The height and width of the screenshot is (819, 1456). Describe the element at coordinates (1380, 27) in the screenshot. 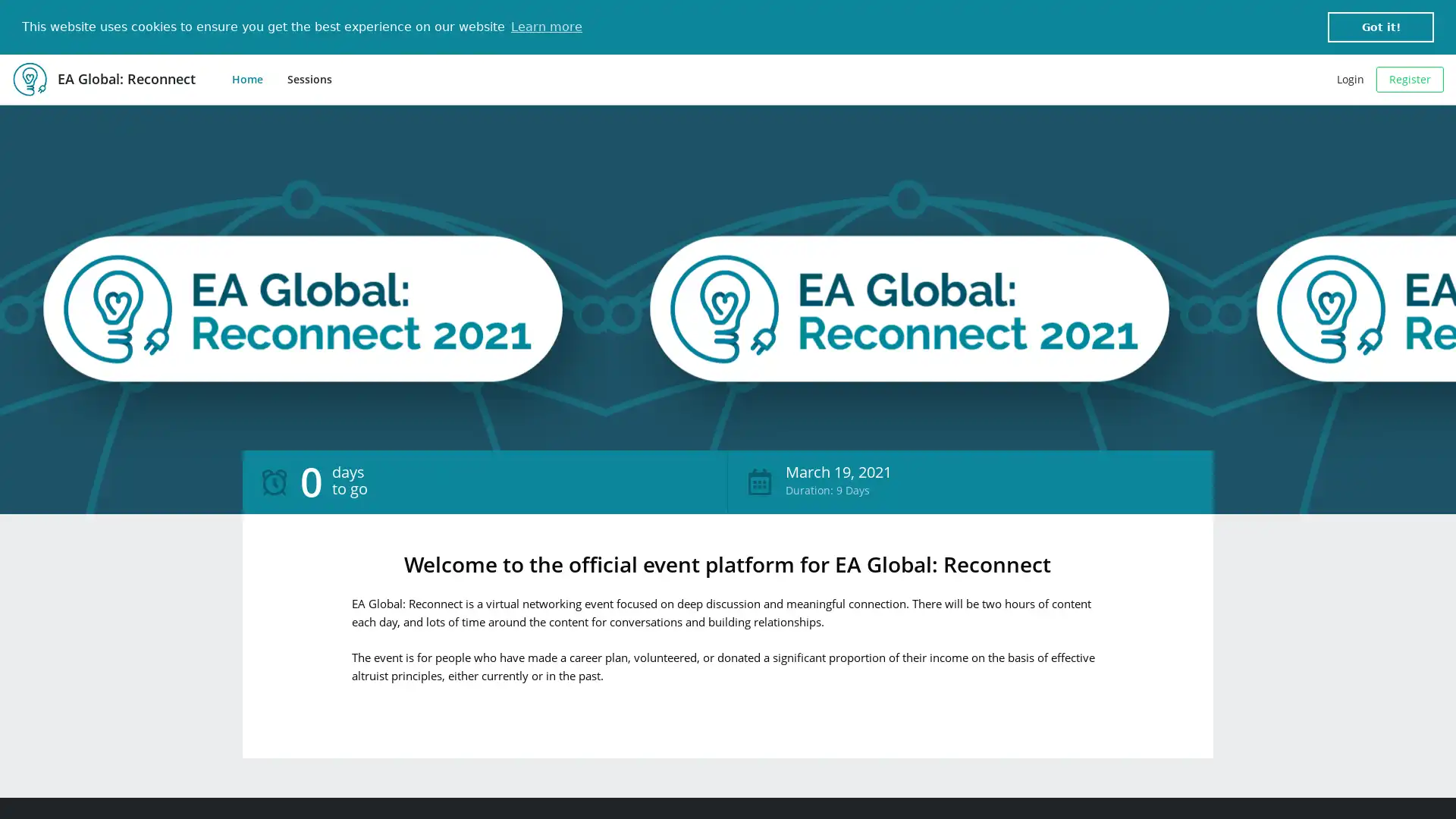

I see `dismiss cookie message` at that location.